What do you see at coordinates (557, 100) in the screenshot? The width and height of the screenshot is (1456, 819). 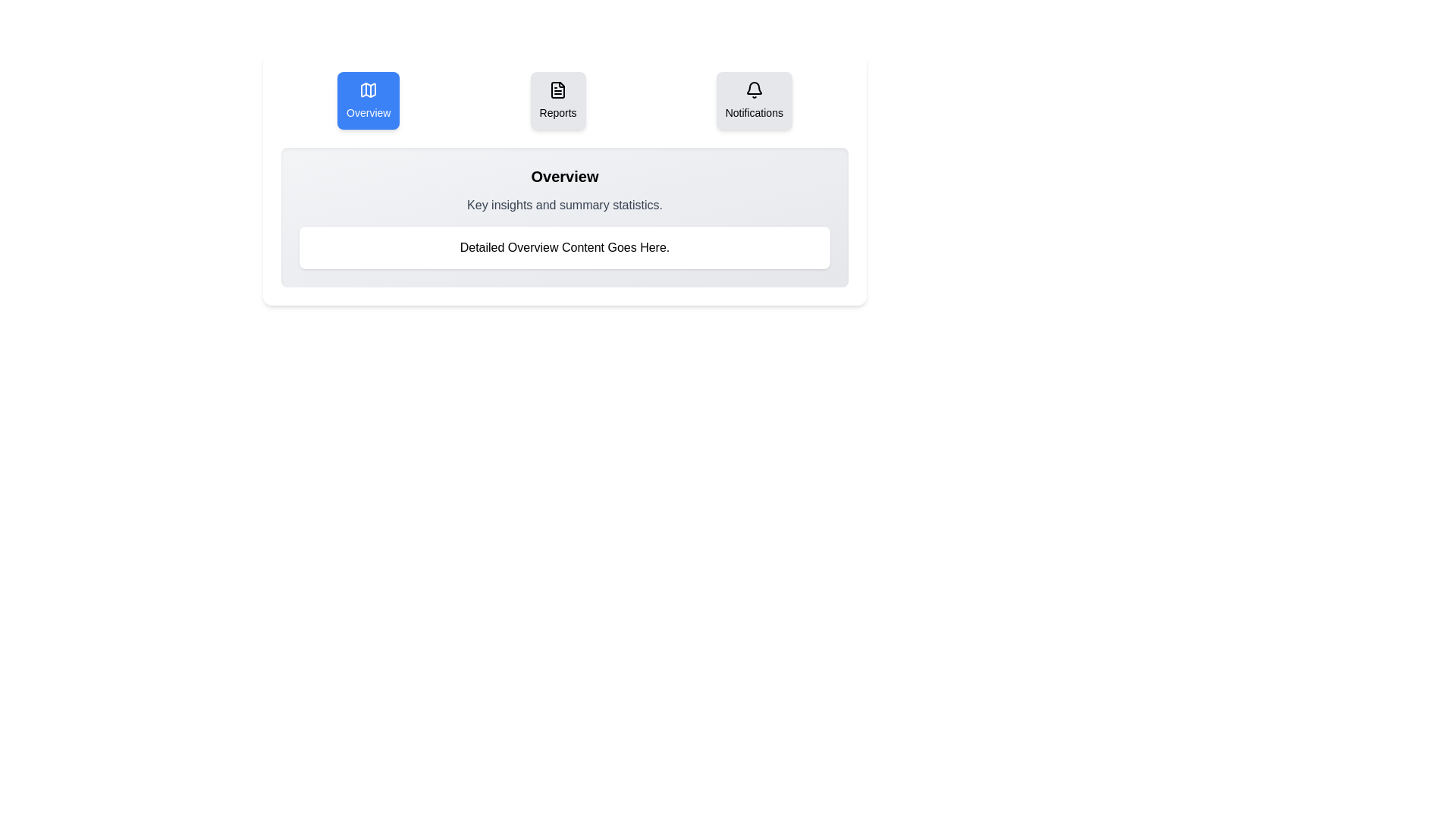 I see `the tab button labeled Reports` at bounding box center [557, 100].